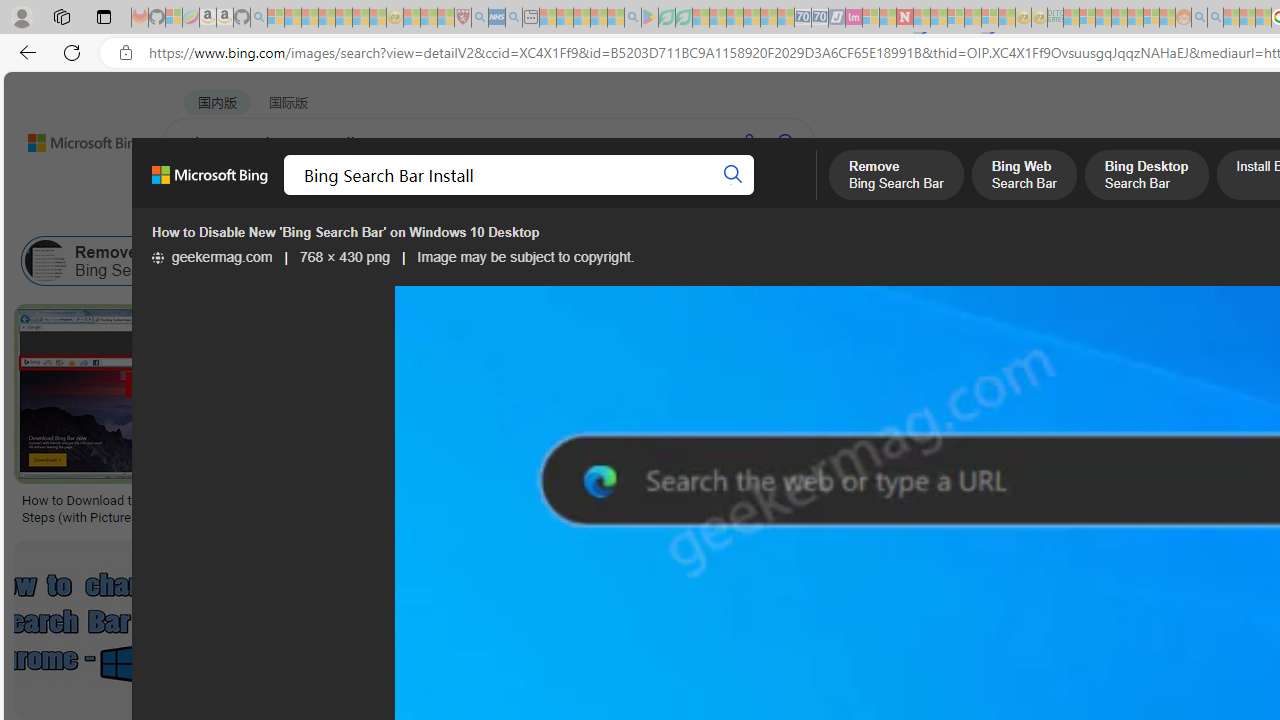 This screenshot has width=1280, height=720. Describe the element at coordinates (201, 195) in the screenshot. I see `'WEB'` at that location.